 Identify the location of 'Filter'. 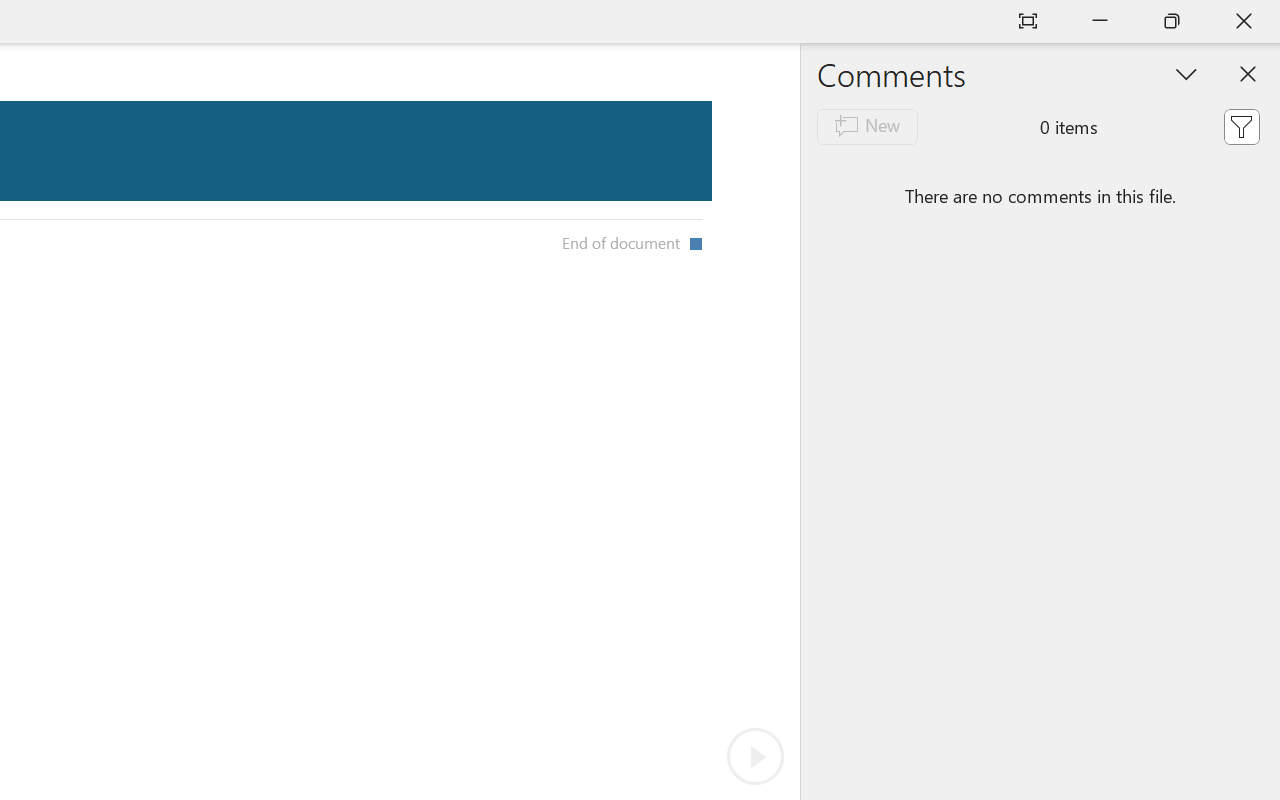
(1240, 125).